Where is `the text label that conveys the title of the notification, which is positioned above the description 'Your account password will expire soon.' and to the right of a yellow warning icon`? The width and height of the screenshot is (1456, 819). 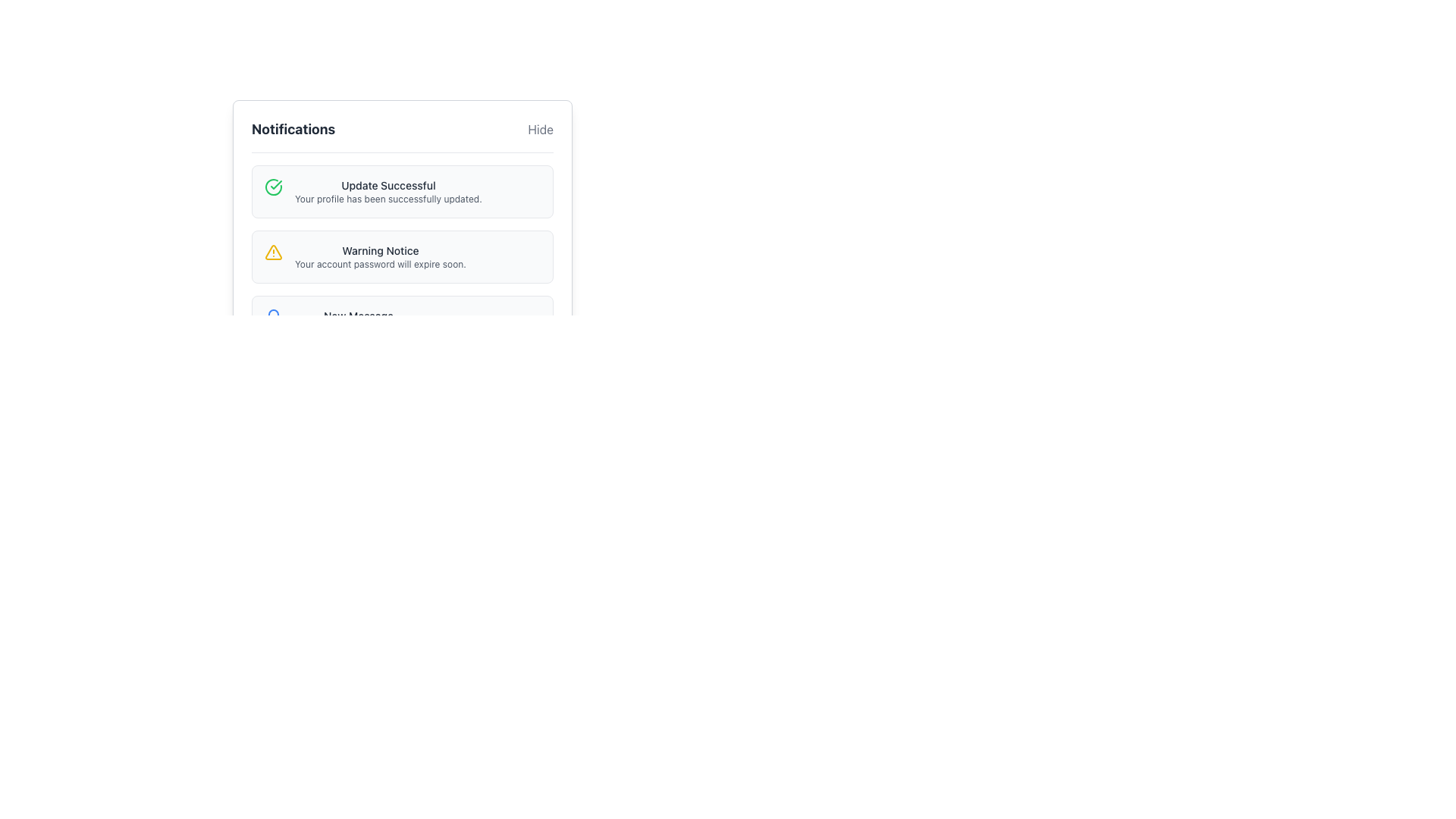 the text label that conveys the title of the notification, which is positioned above the description 'Your account password will expire soon.' and to the right of a yellow warning icon is located at coordinates (380, 250).